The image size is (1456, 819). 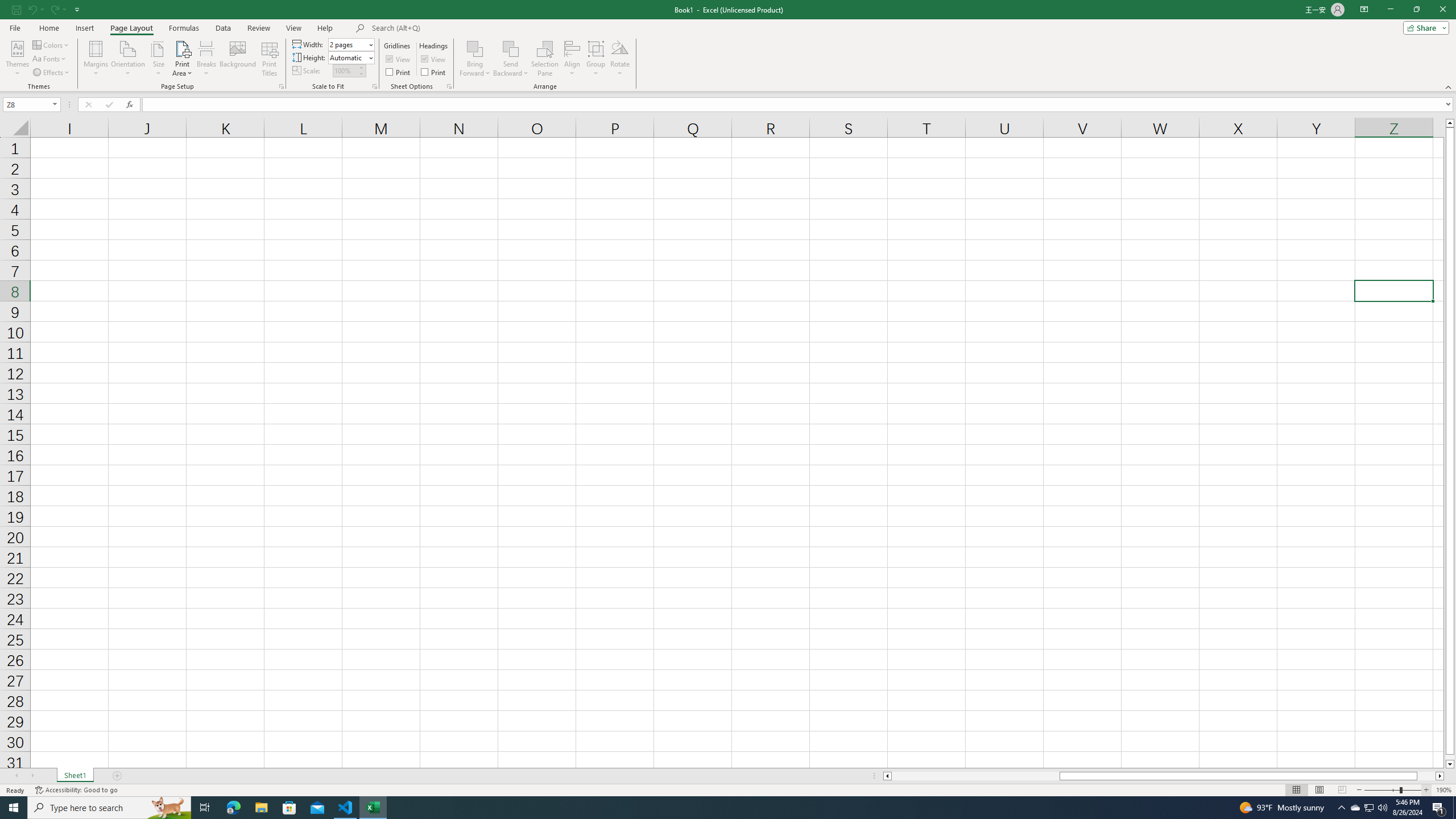 What do you see at coordinates (292, 28) in the screenshot?
I see `'View'` at bounding box center [292, 28].